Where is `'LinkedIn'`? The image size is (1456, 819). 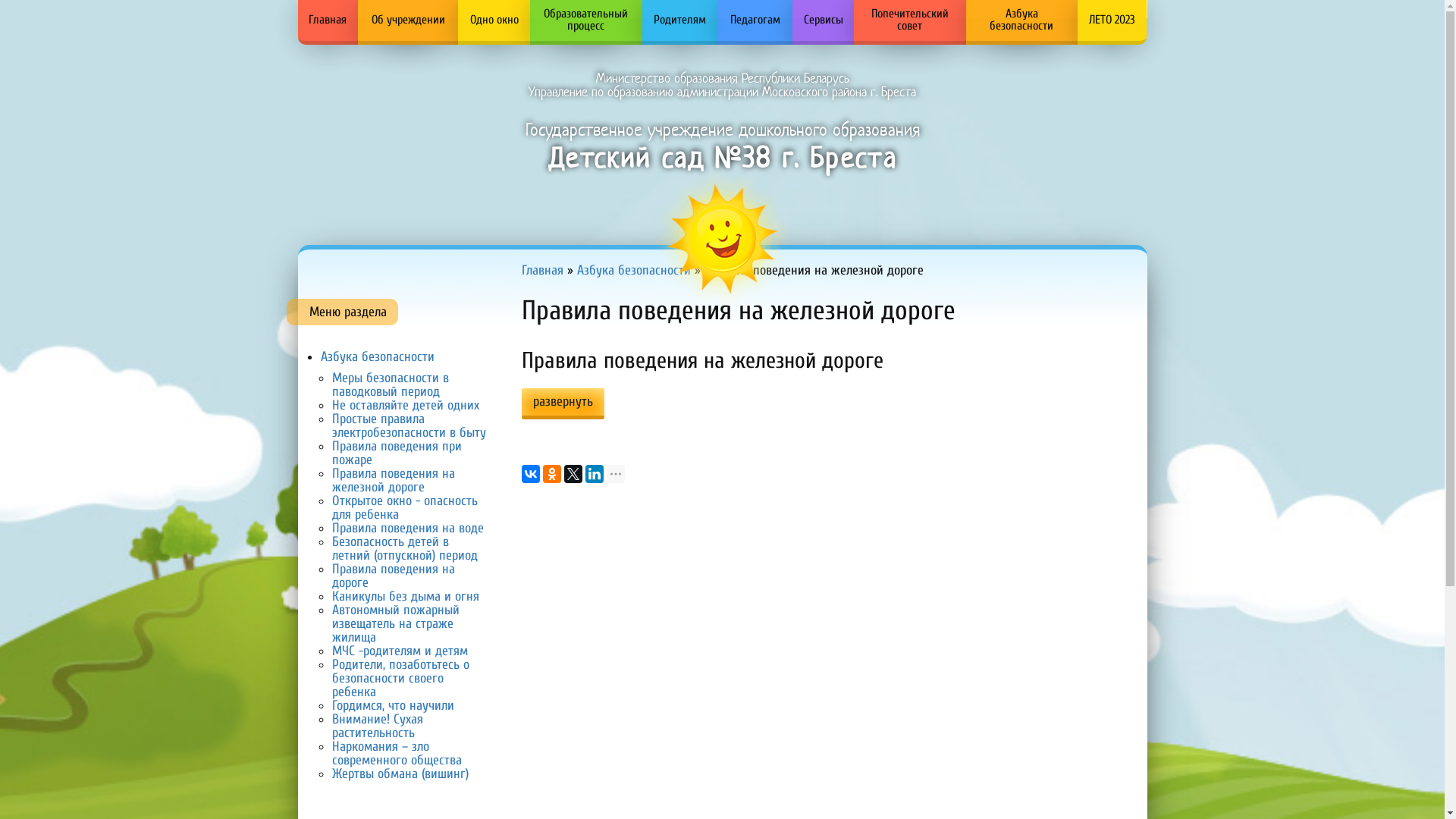 'LinkedIn' is located at coordinates (593, 472).